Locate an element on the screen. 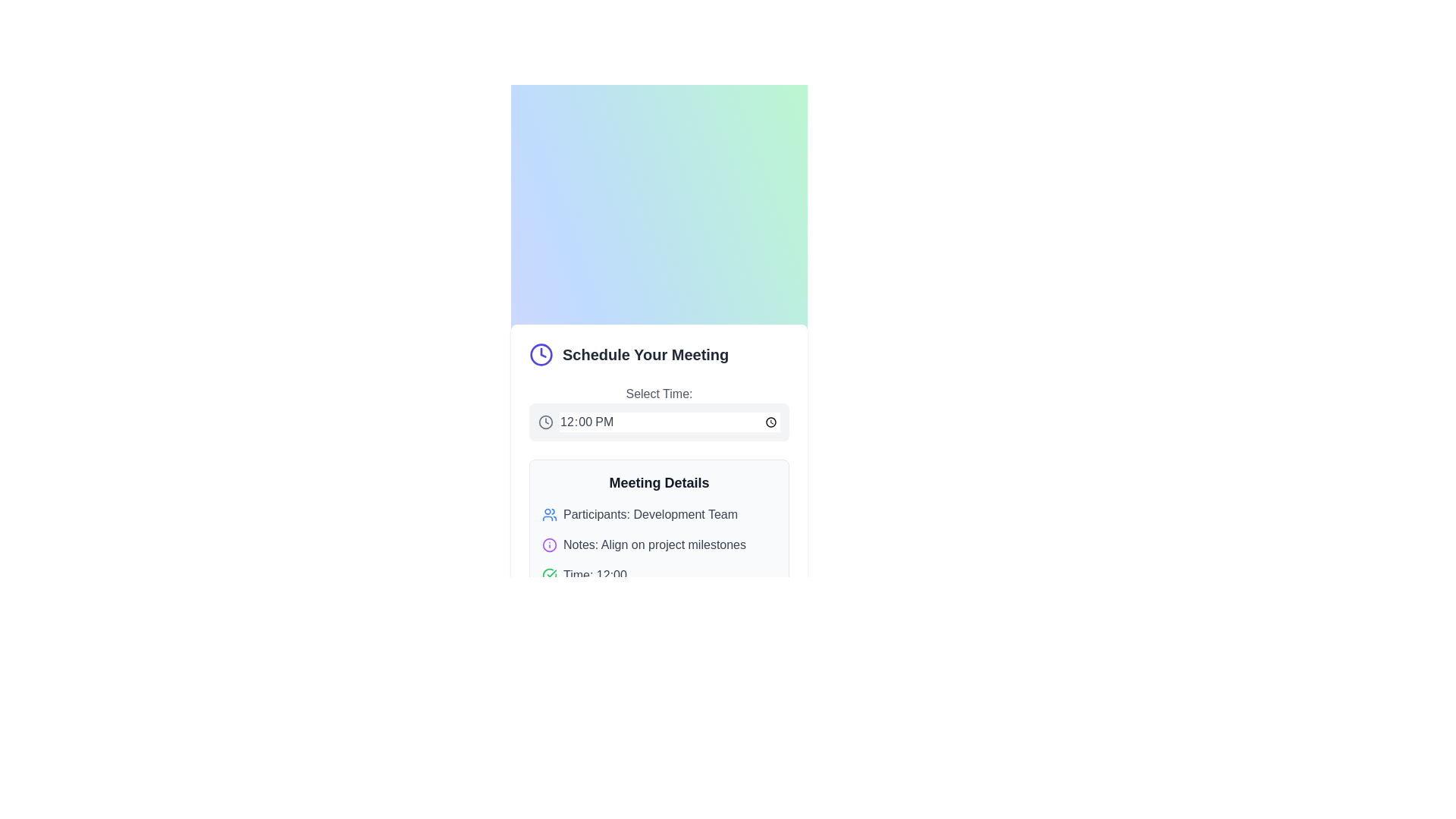 This screenshot has height=819, width=1456. the circular graphic element of the clock icon, which represents the concept of time within the scheduling functionality, located to the left of the 'Schedule Your Meeting' header is located at coordinates (541, 354).